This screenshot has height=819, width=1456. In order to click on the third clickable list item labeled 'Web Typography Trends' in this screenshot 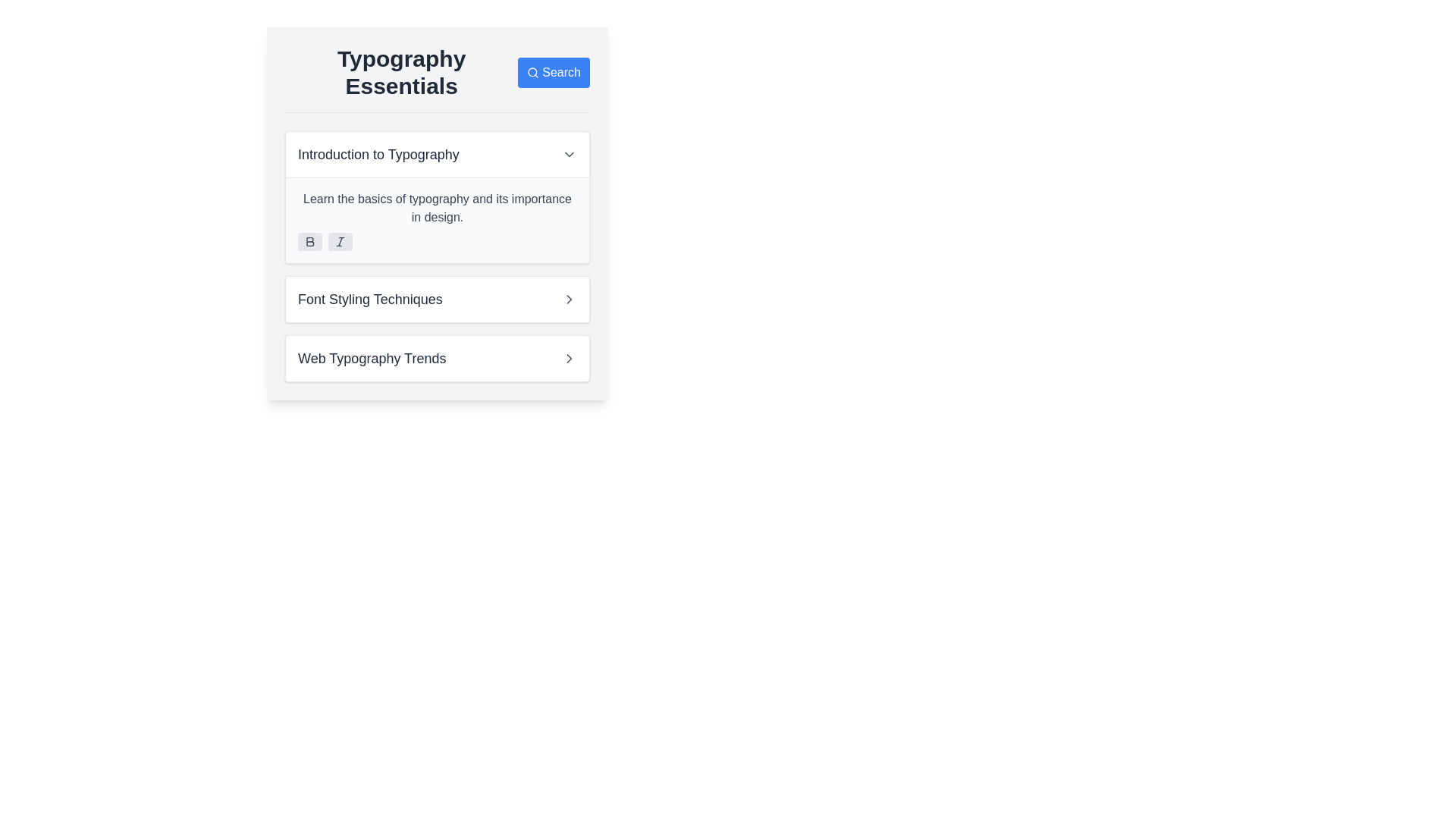, I will do `click(436, 359)`.